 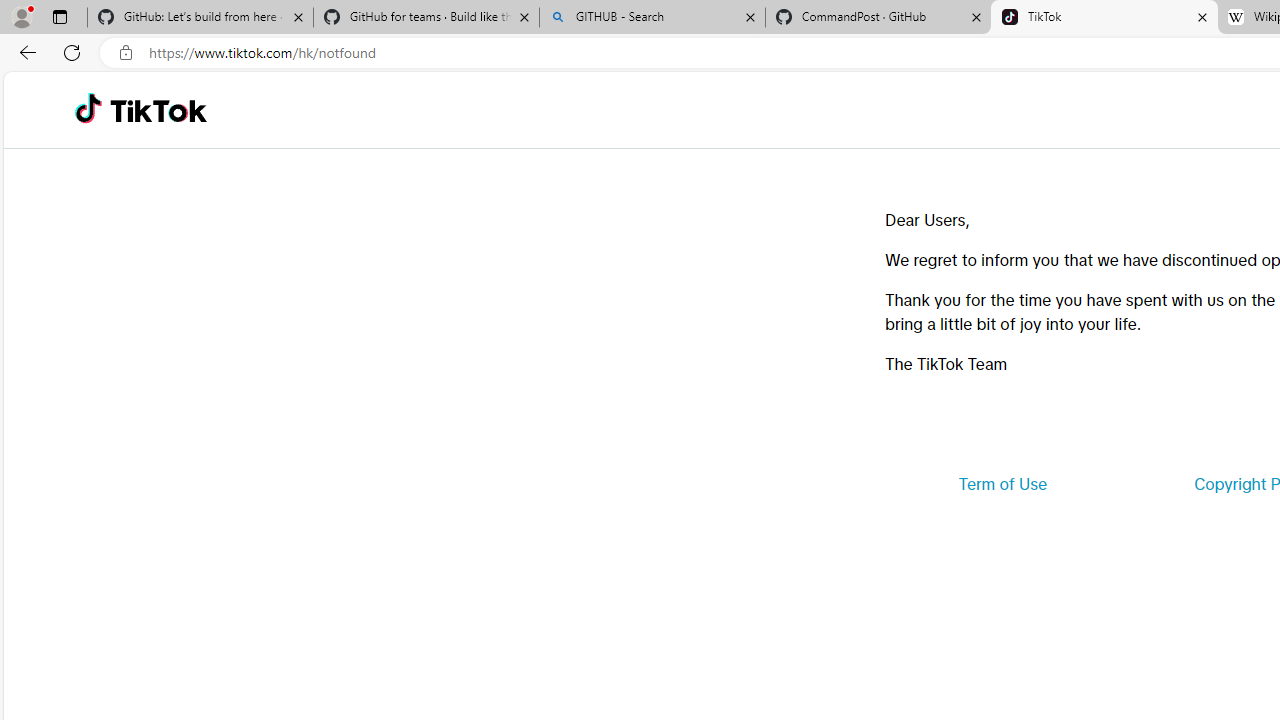 What do you see at coordinates (72, 51) in the screenshot?
I see `'Refresh'` at bounding box center [72, 51].